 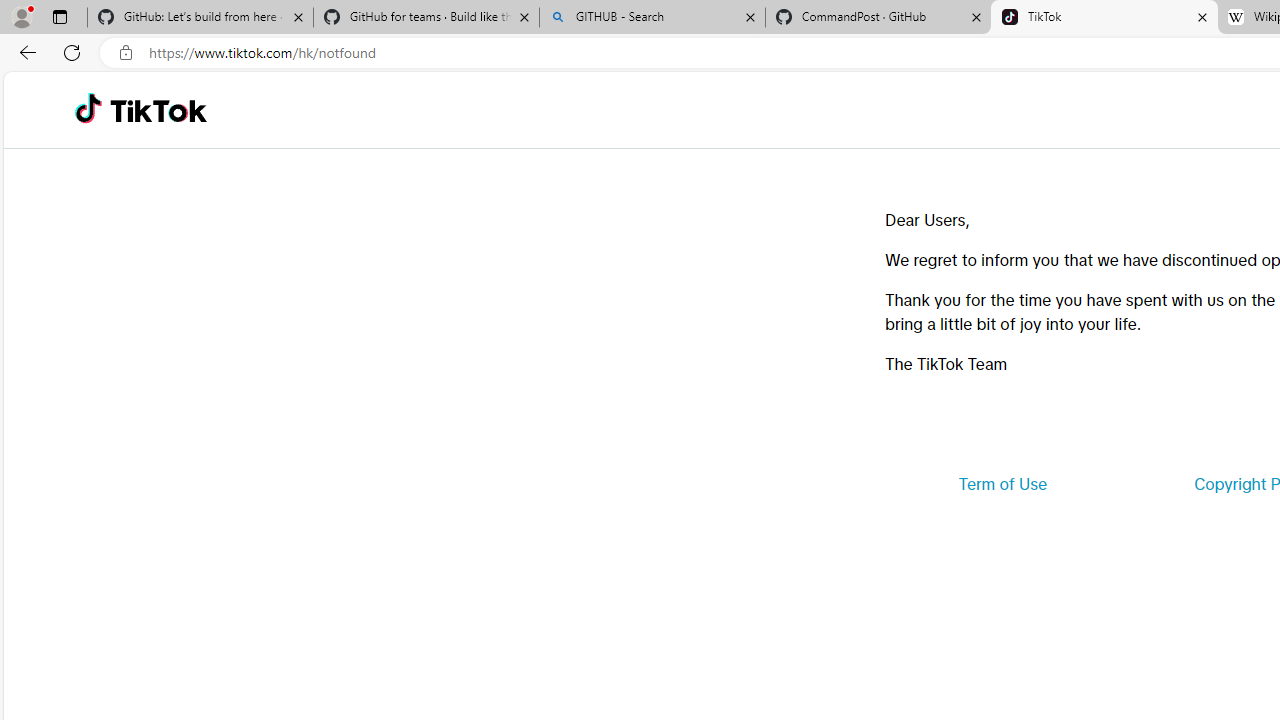 What do you see at coordinates (72, 51) in the screenshot?
I see `'Refresh'` at bounding box center [72, 51].